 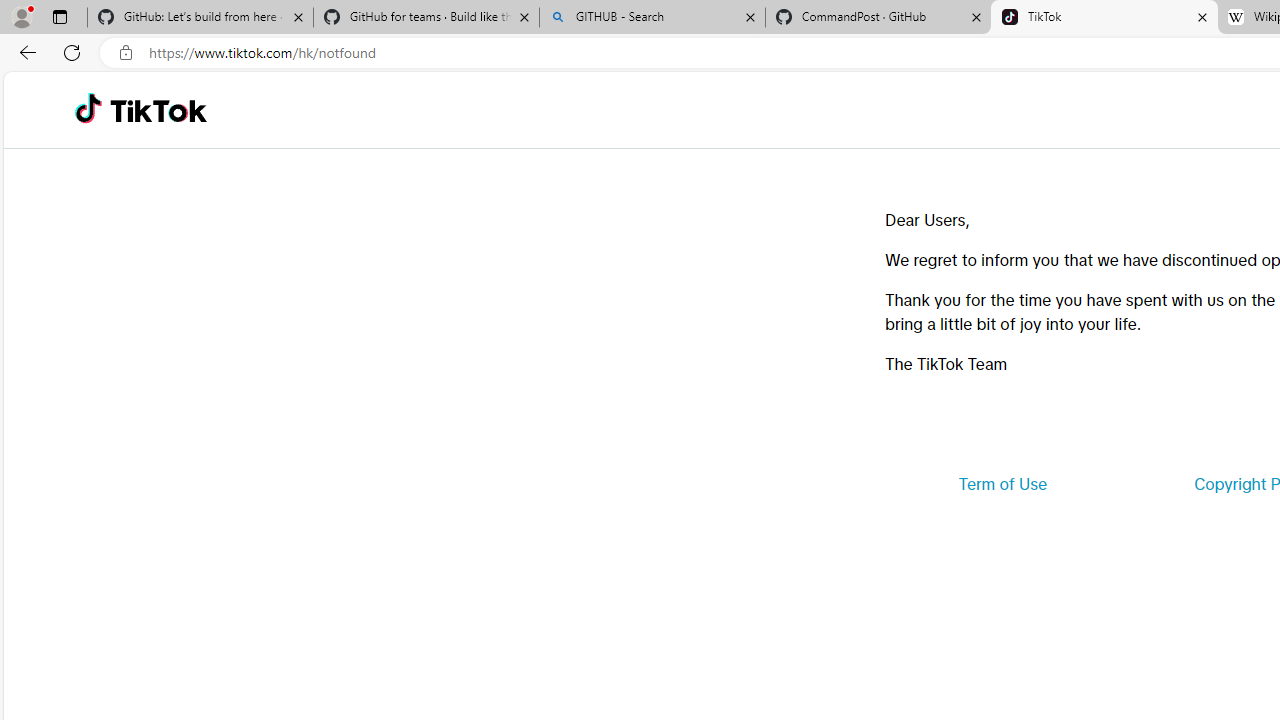 What do you see at coordinates (72, 51) in the screenshot?
I see `'Refresh'` at bounding box center [72, 51].